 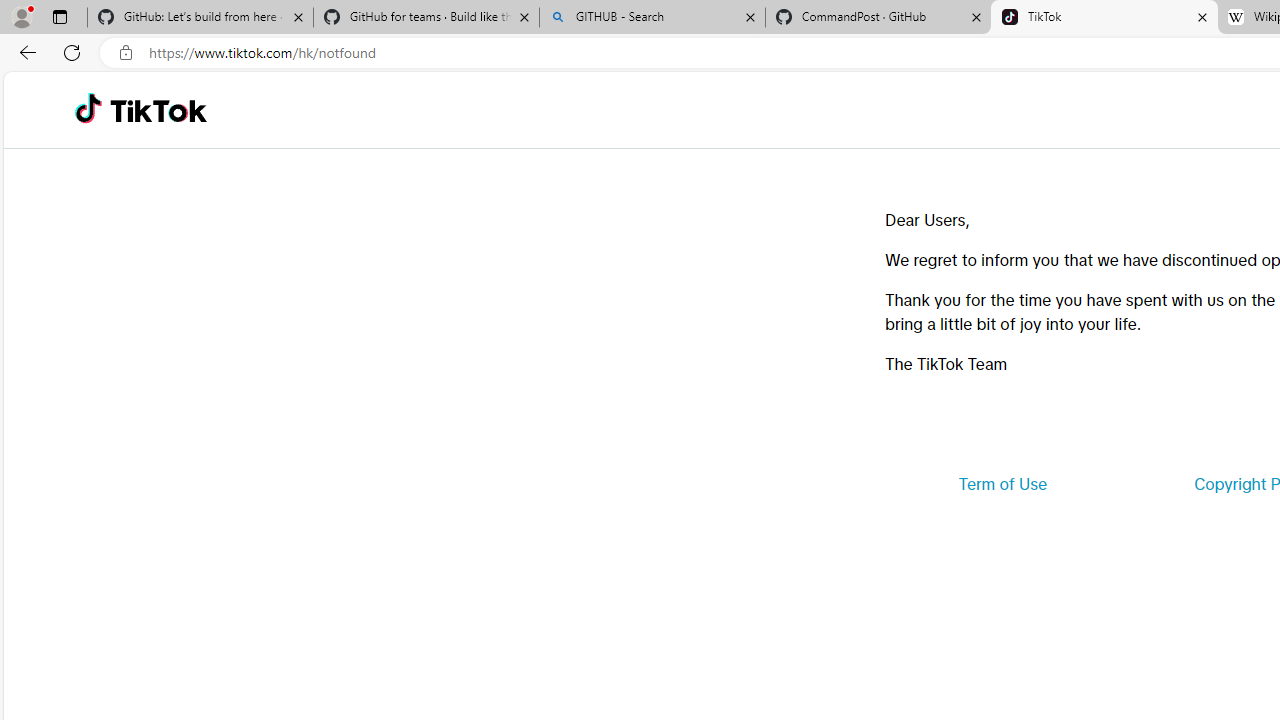 What do you see at coordinates (72, 51) in the screenshot?
I see `'Refresh'` at bounding box center [72, 51].